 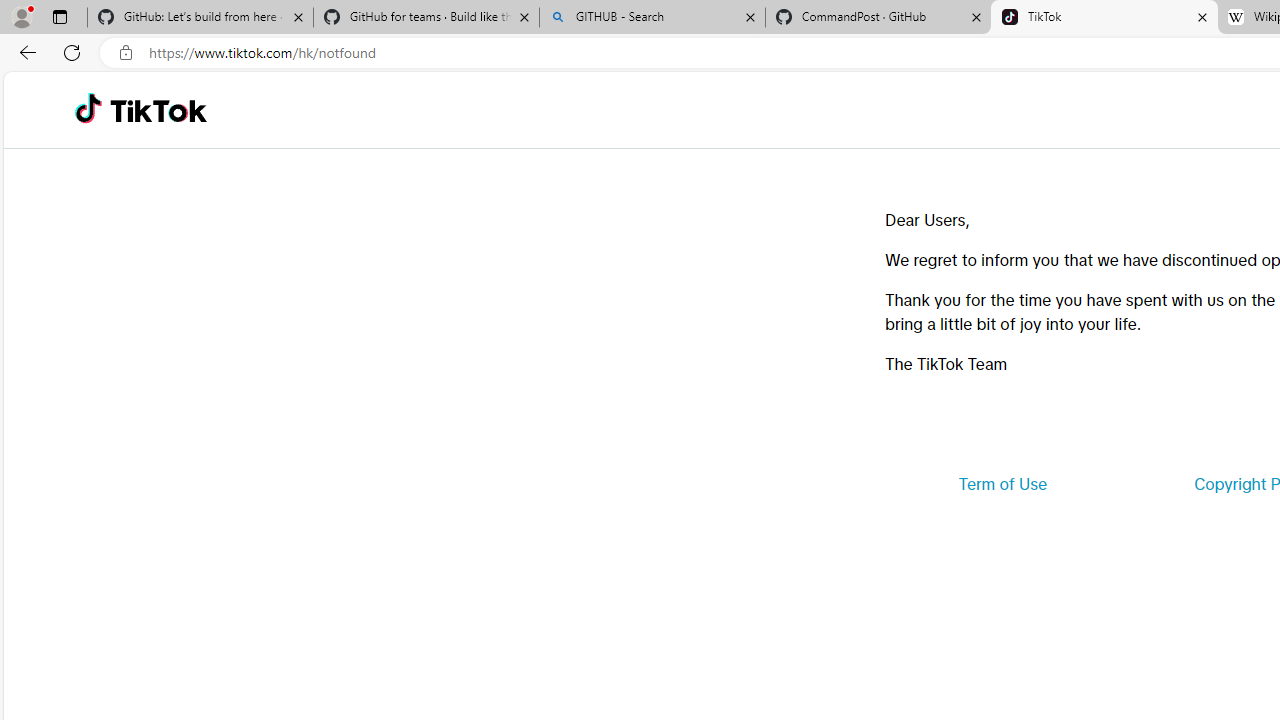 What do you see at coordinates (72, 51) in the screenshot?
I see `'Refresh'` at bounding box center [72, 51].